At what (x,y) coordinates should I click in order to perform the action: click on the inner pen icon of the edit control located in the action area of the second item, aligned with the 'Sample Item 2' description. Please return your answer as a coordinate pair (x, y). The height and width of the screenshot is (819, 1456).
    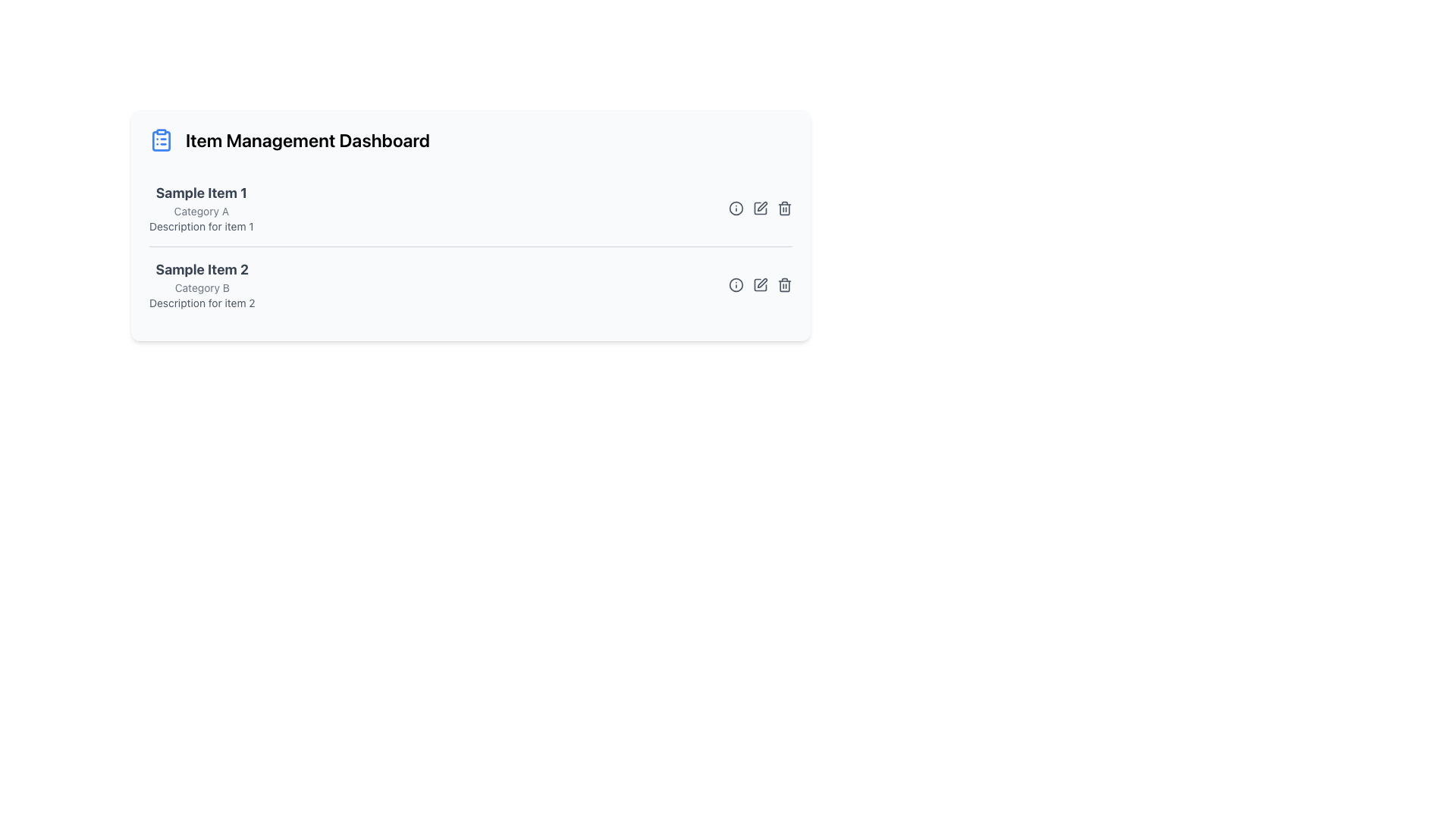
    Looking at the image, I should click on (762, 283).